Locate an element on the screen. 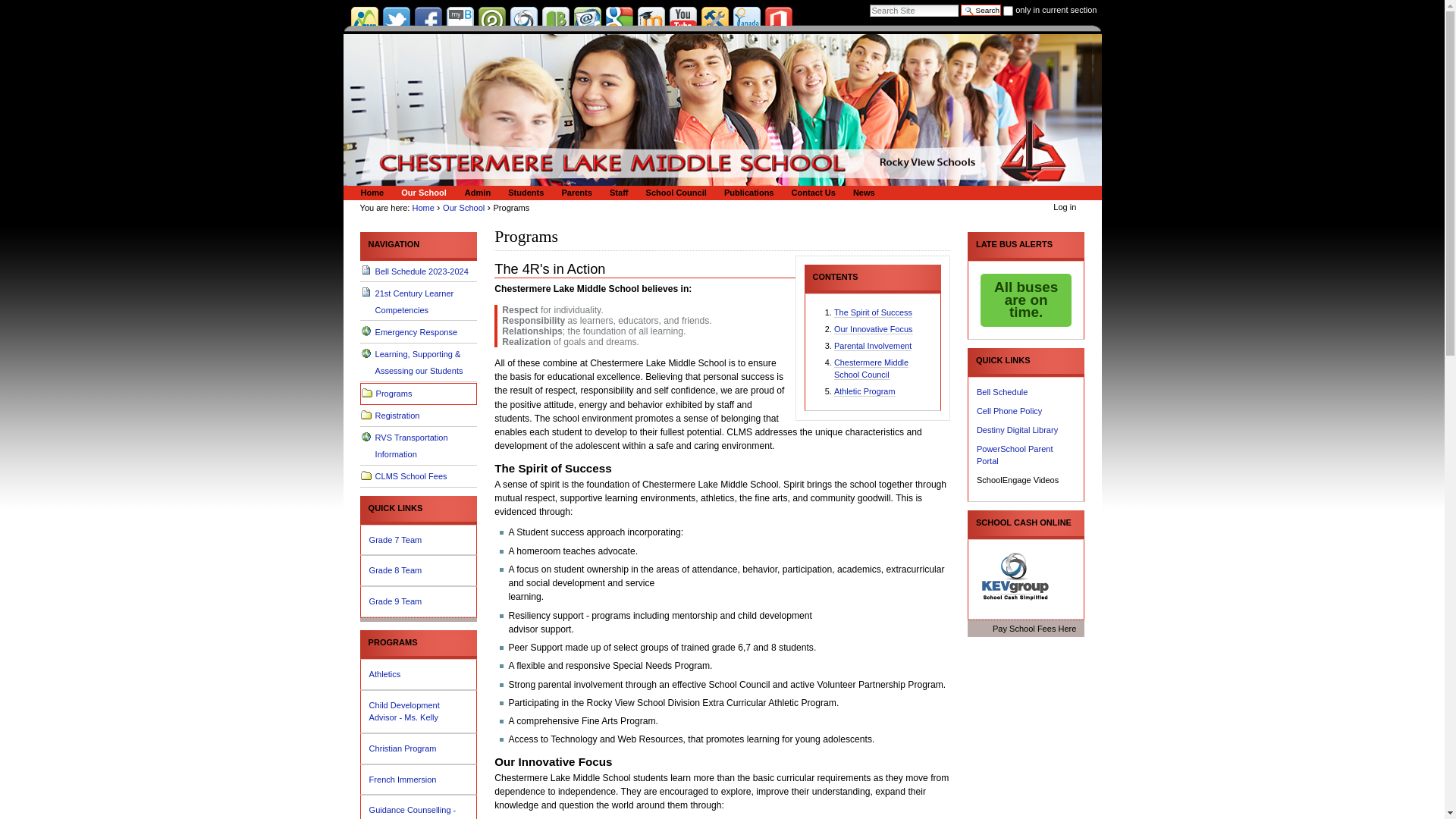 The width and height of the screenshot is (1456, 819). 'All buses are on time.' is located at coordinates (1026, 300).